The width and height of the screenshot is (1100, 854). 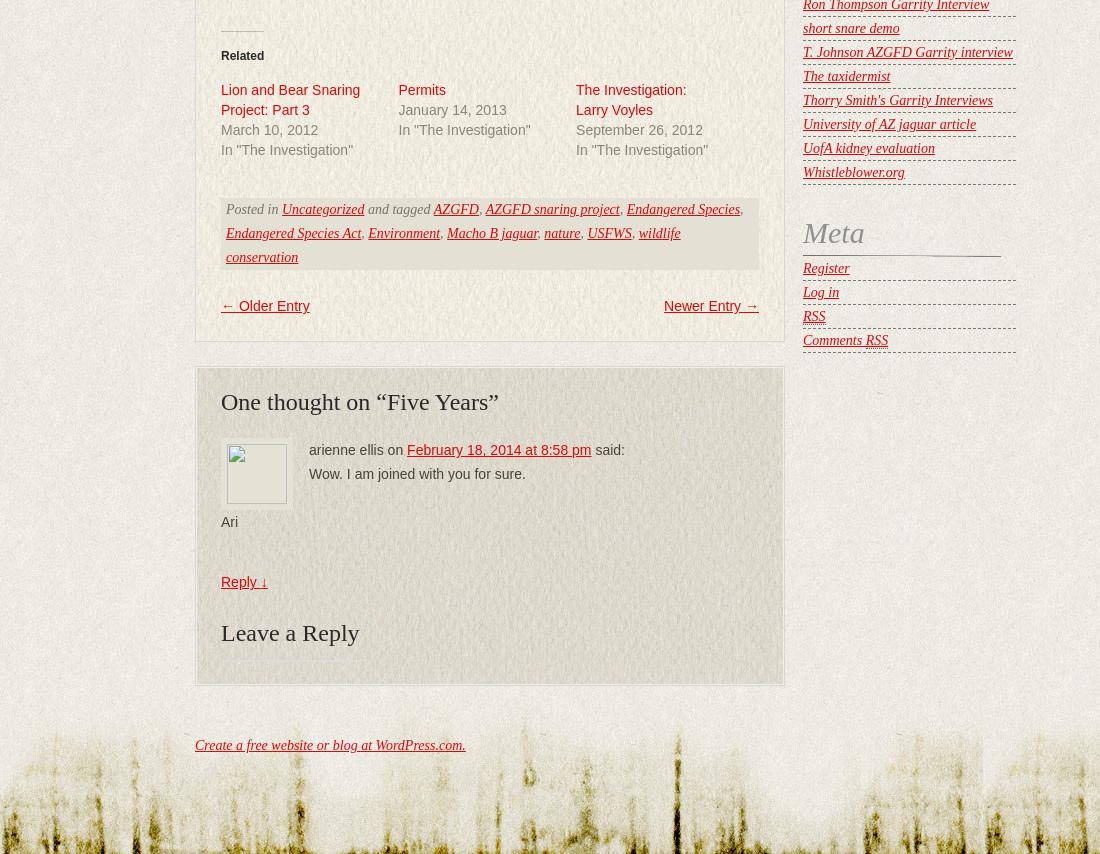 What do you see at coordinates (302, 401) in the screenshot?
I see `'One thought on “'` at bounding box center [302, 401].